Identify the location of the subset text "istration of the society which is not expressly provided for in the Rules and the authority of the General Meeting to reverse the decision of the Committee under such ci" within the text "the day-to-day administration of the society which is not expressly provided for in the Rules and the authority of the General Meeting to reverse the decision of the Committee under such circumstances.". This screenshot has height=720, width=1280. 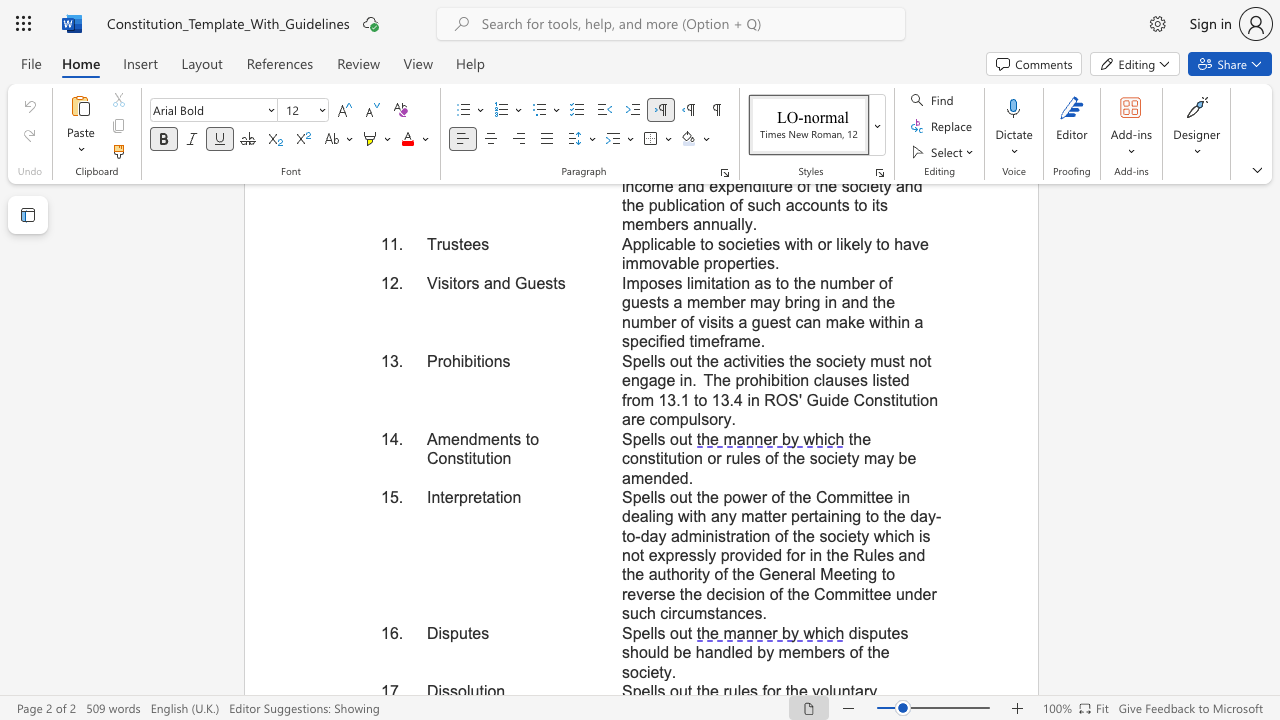
(714, 535).